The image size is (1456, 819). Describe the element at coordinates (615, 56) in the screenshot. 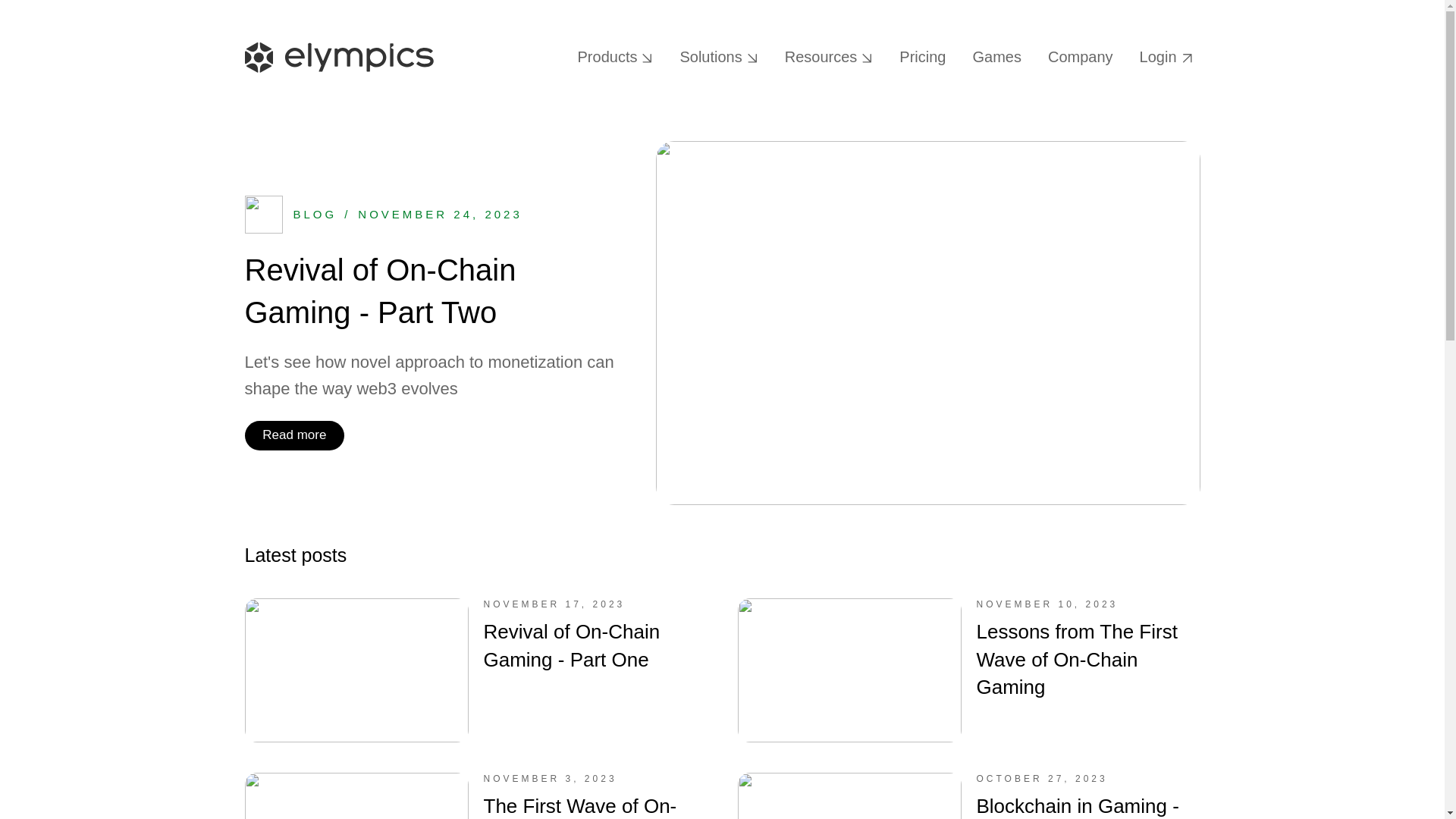

I see `'Products'` at that location.